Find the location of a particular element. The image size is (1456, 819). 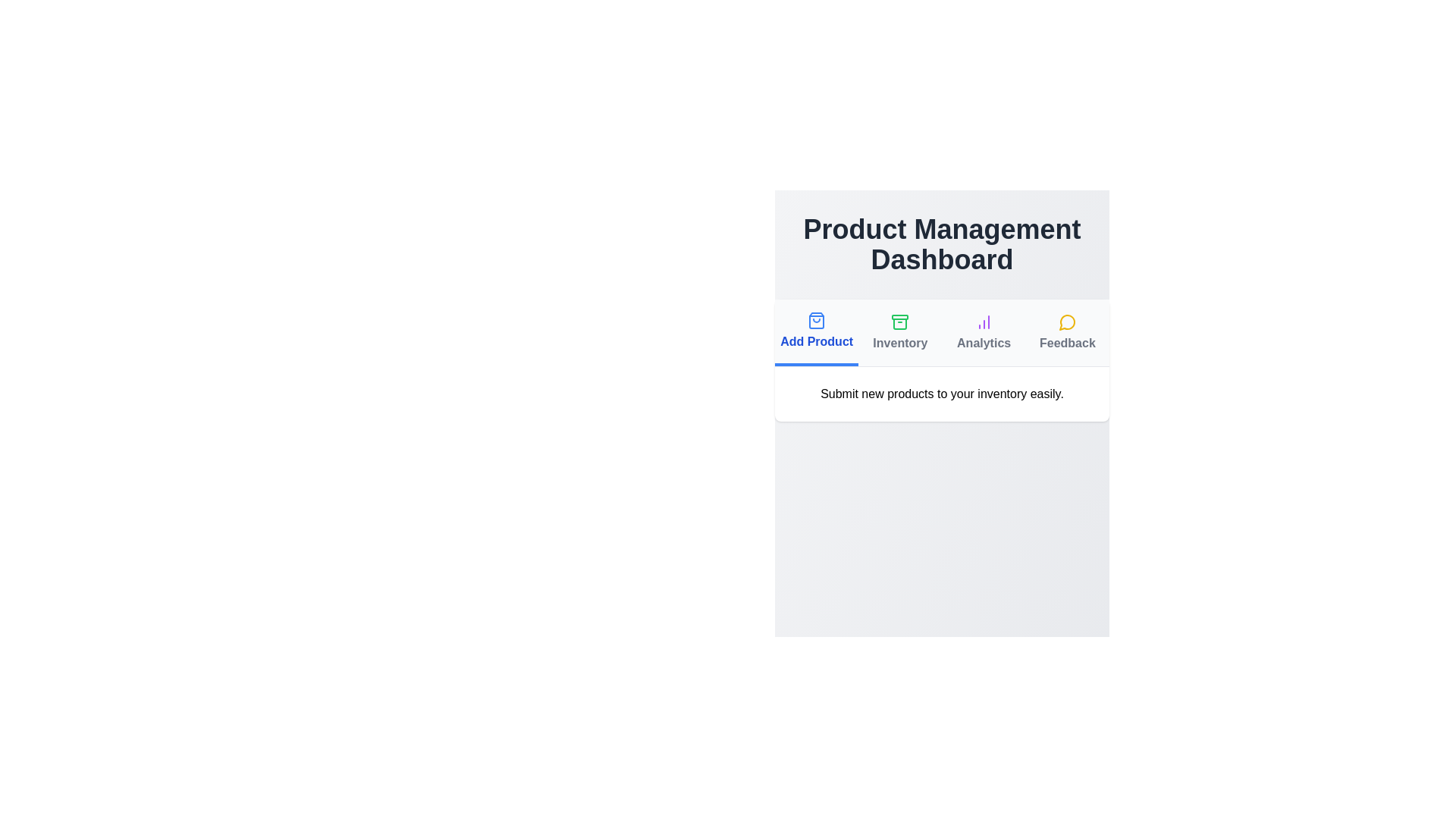

the text label located below the shopping bag icon in the left navigation bar is located at coordinates (815, 342).